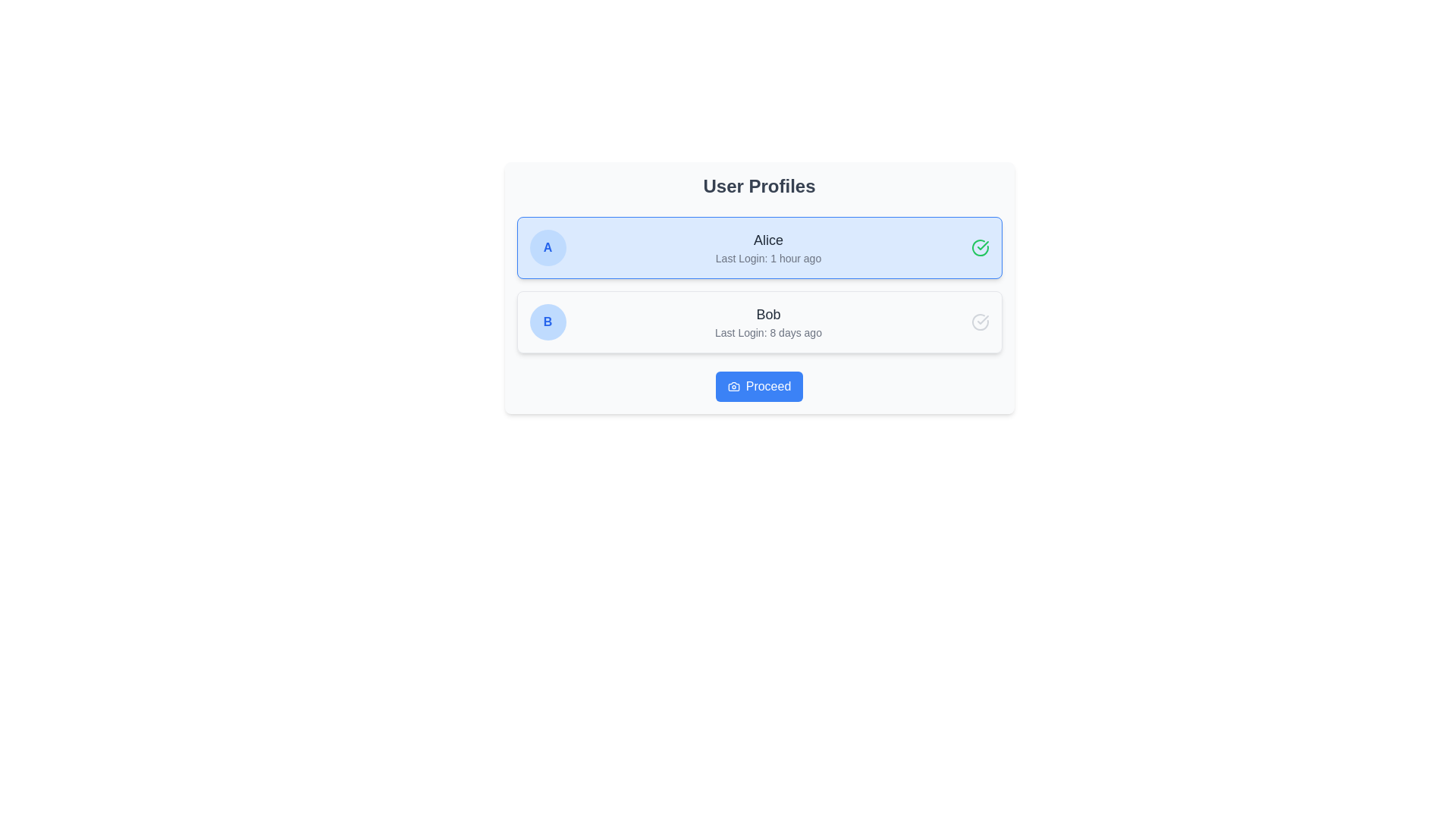 The image size is (1456, 819). What do you see at coordinates (768, 321) in the screenshot?
I see `the text block displaying 'Bob' and 'Last Login: 8 days ago', located in the second profile card of the user profiles list` at bounding box center [768, 321].